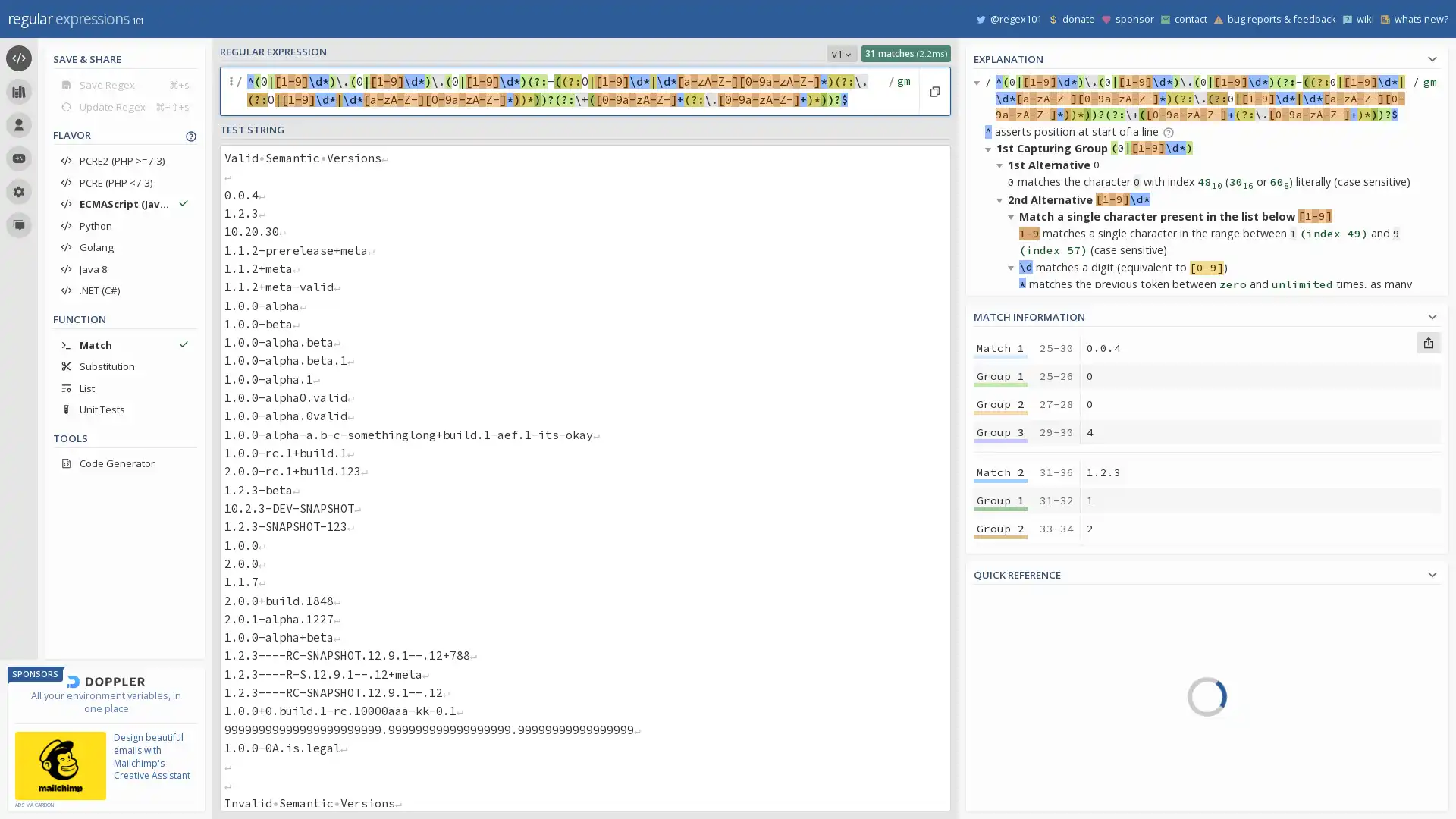 This screenshot has height=819, width=1456. I want to click on Java 8, so click(124, 268).